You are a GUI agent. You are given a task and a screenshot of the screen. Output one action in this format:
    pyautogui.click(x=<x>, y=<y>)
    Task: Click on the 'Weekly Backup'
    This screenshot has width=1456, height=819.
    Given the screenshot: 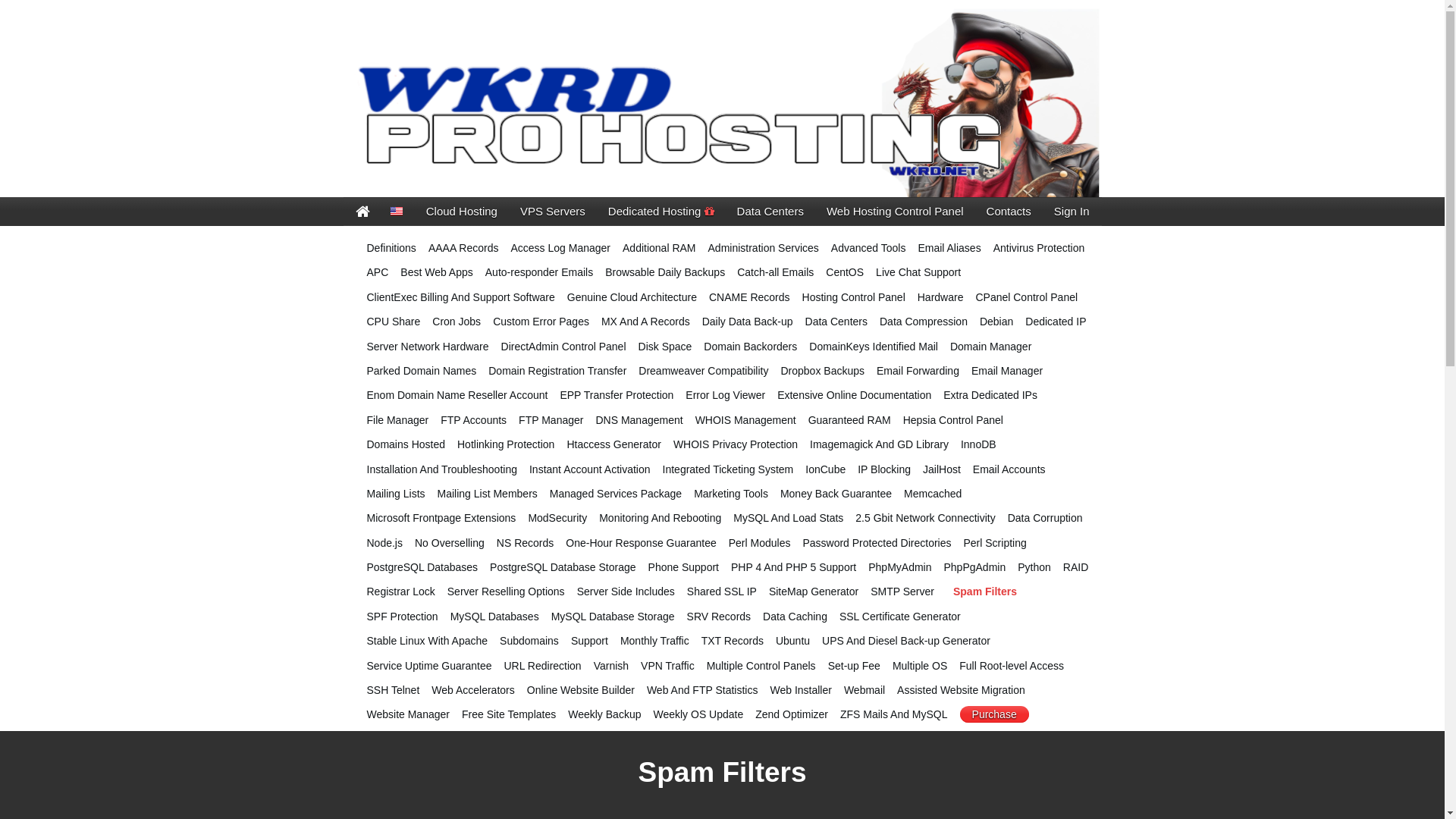 What is the action you would take?
    pyautogui.click(x=603, y=714)
    